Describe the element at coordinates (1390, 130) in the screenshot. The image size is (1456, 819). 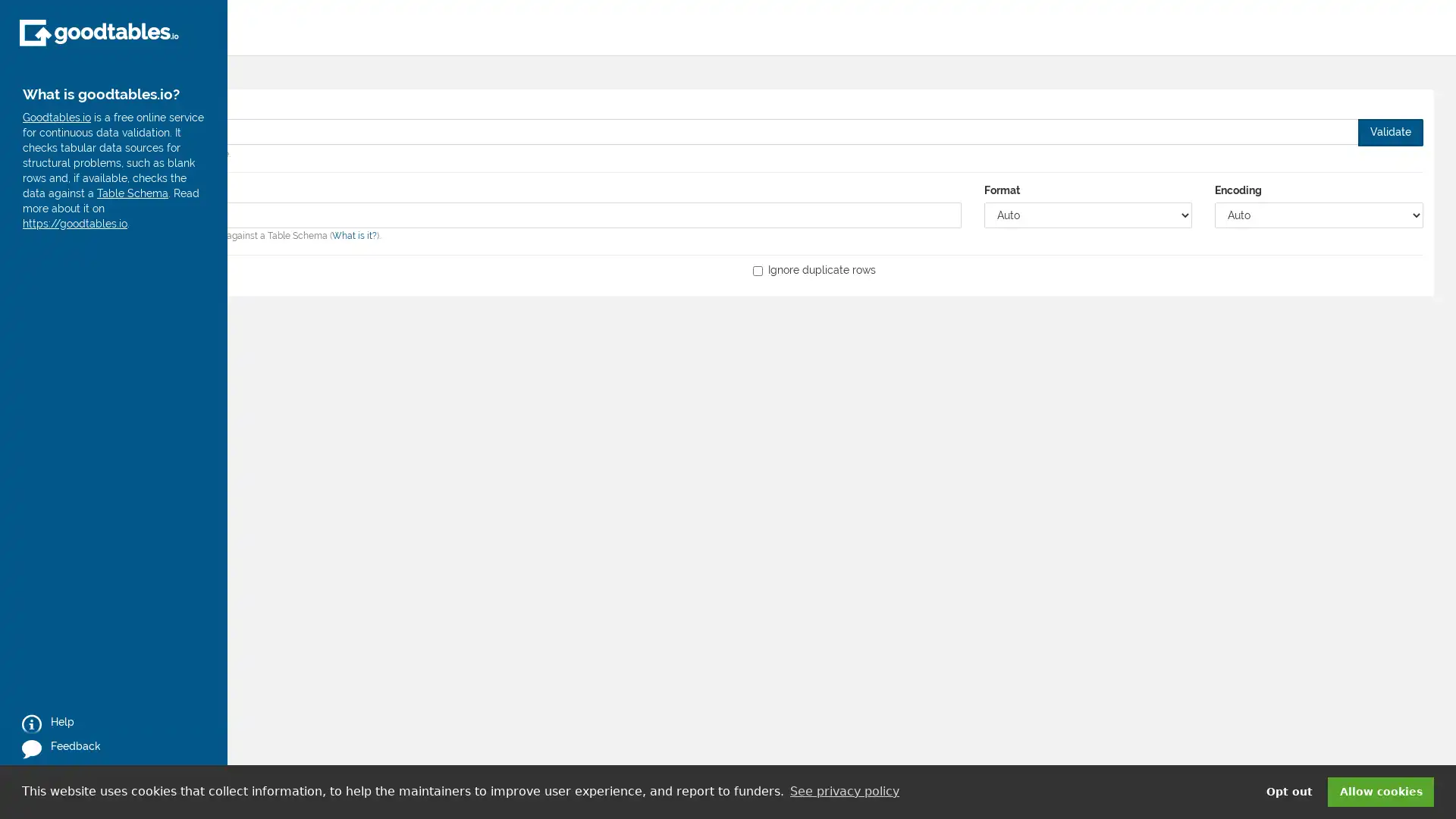
I see `Validate` at that location.